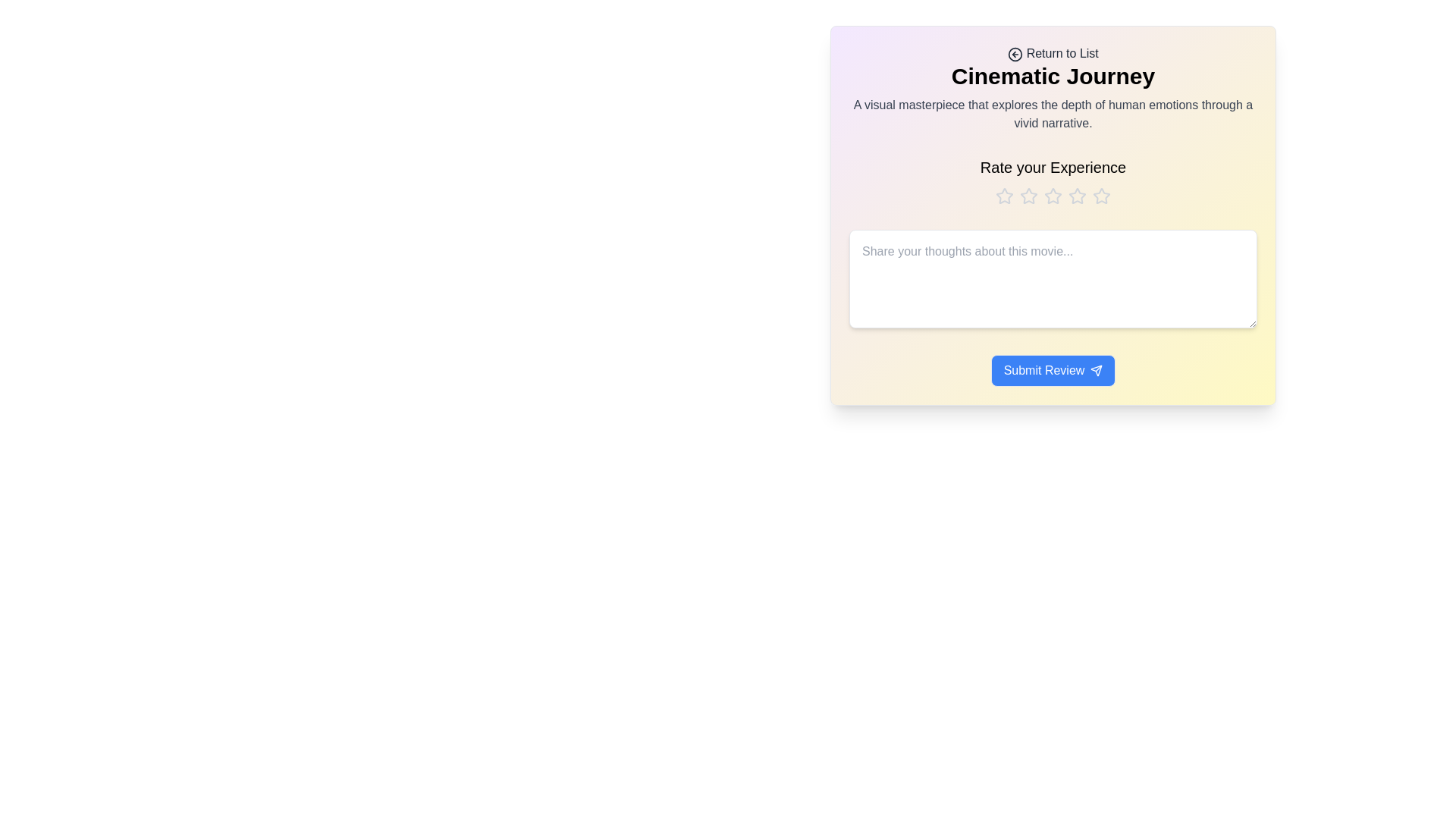  I want to click on the first star icon in the star rating component, so click(1004, 195).